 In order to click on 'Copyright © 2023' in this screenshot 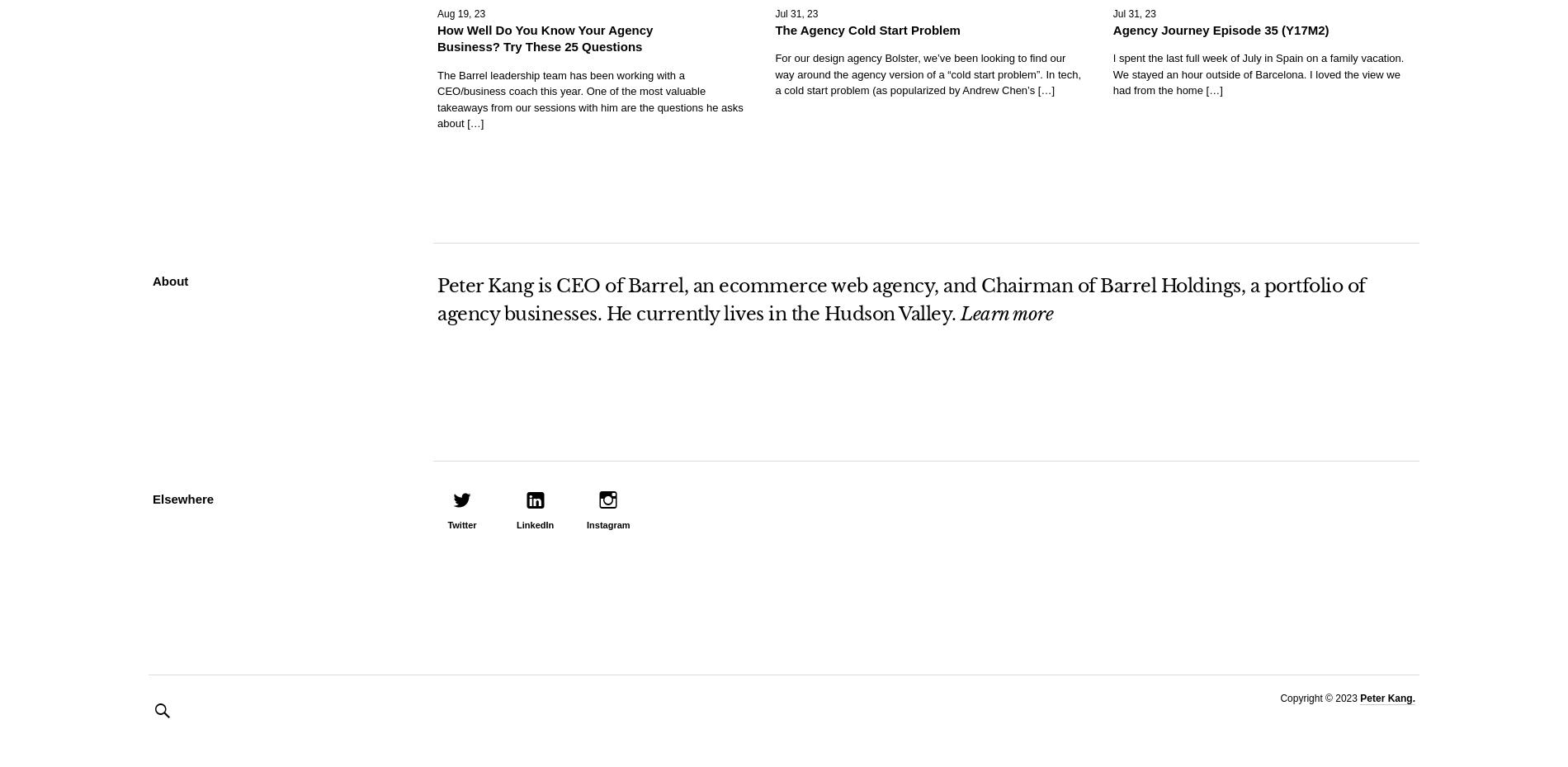, I will do `click(1320, 698)`.